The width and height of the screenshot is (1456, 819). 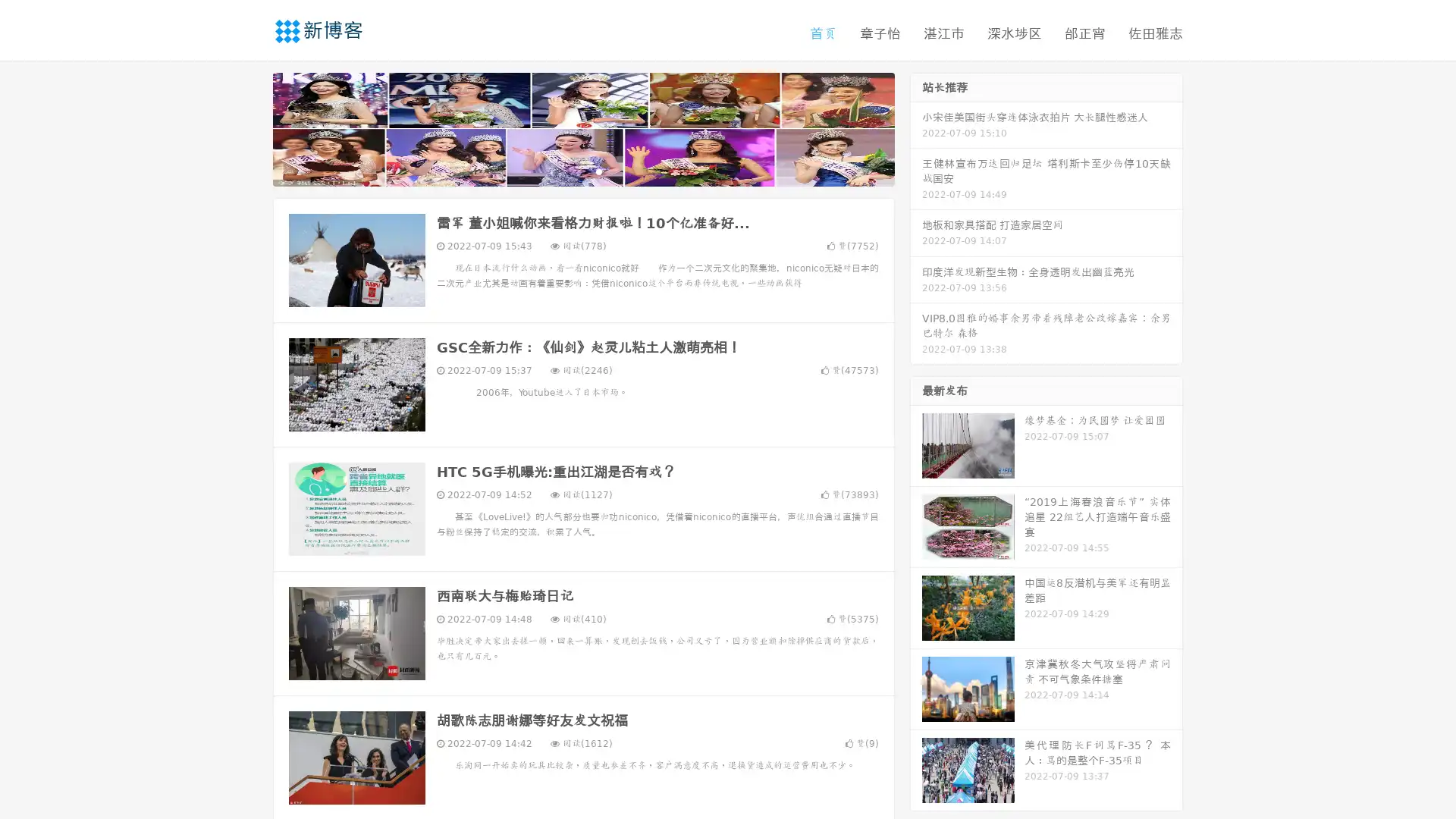 I want to click on Go to slide 3, so click(x=598, y=171).